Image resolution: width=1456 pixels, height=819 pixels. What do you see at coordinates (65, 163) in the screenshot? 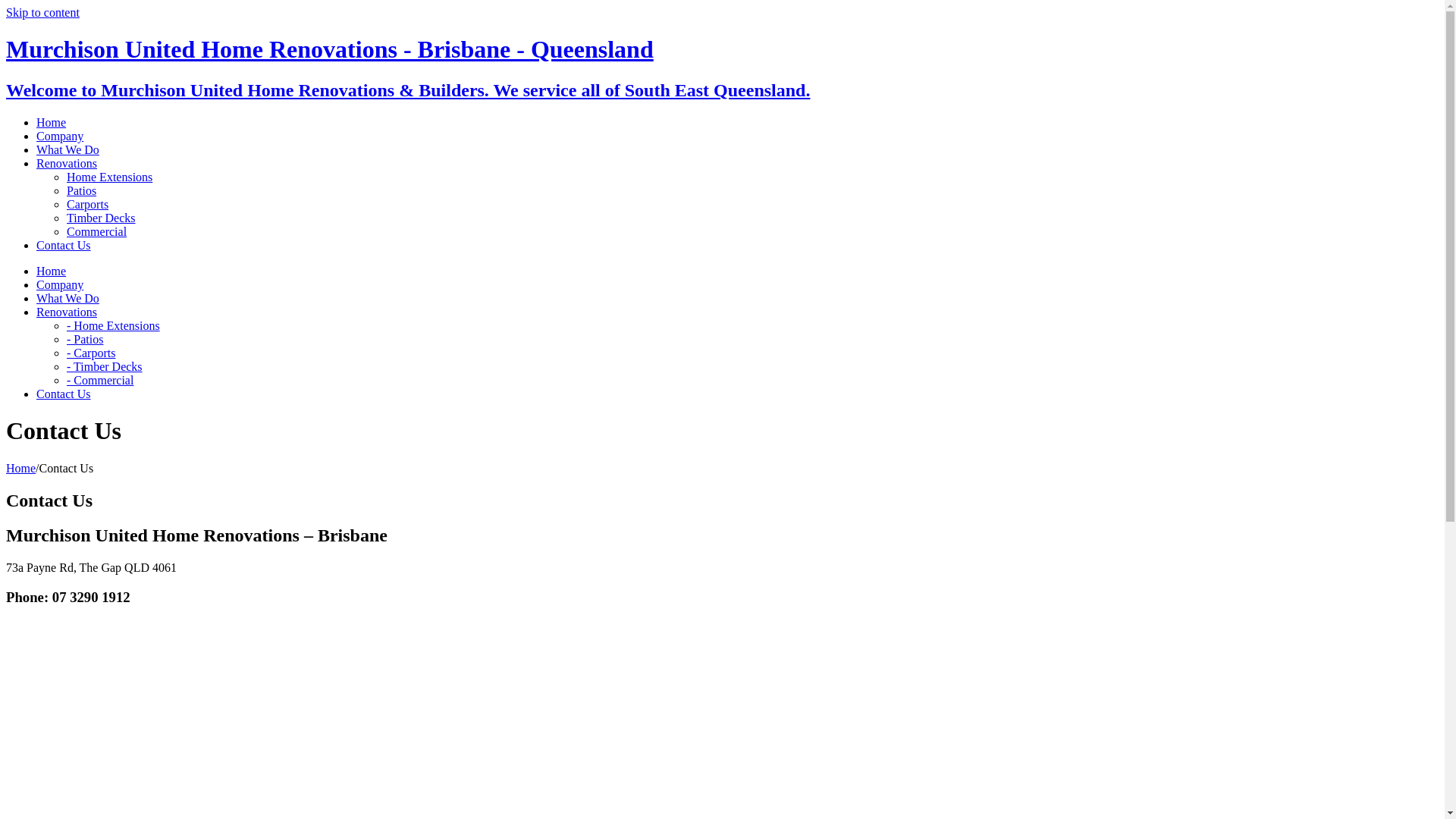
I see `'Renovations'` at bounding box center [65, 163].